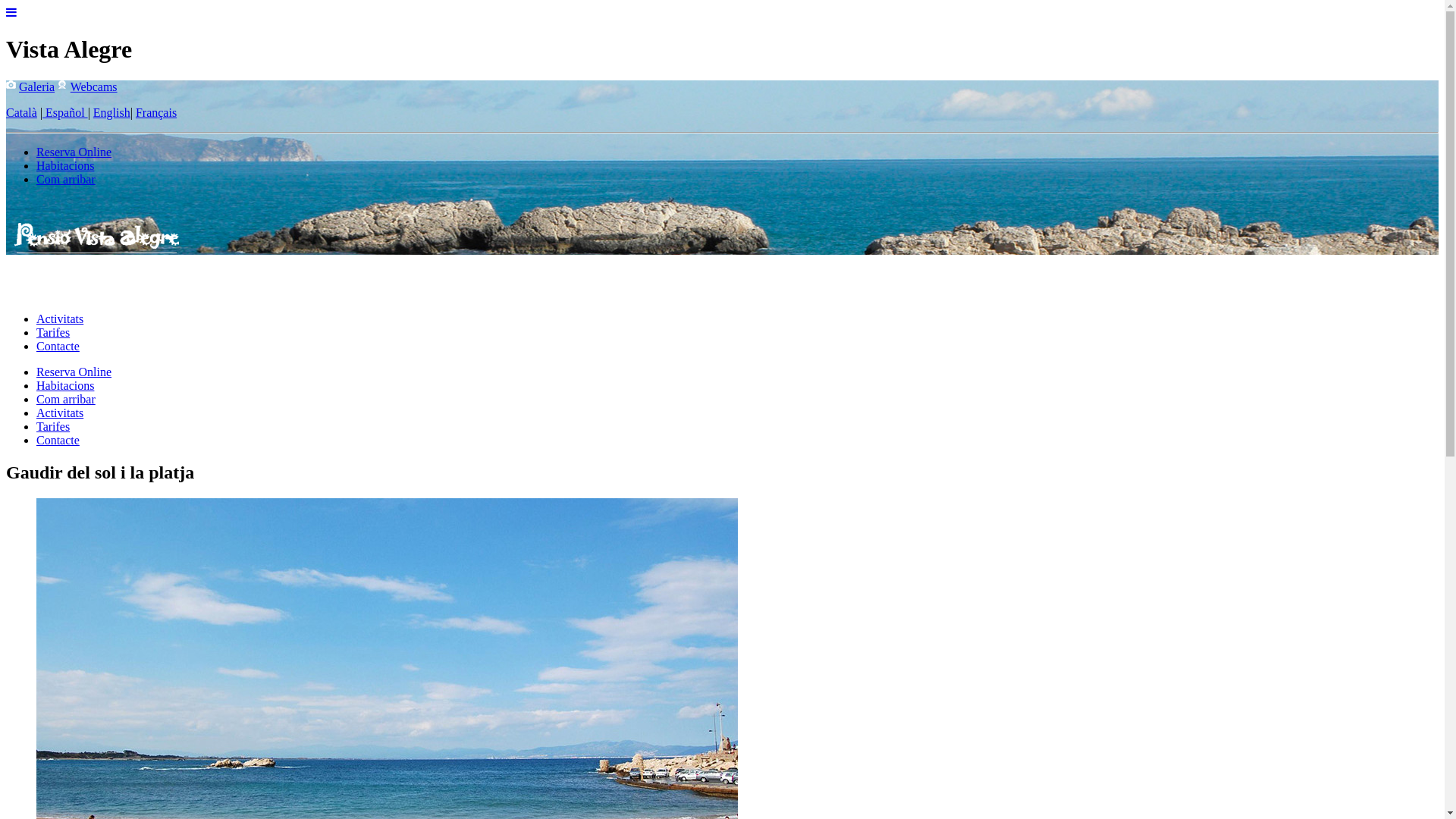 The width and height of the screenshot is (1456, 819). Describe the element at coordinates (53, 426) in the screenshot. I see `'Tarifes'` at that location.